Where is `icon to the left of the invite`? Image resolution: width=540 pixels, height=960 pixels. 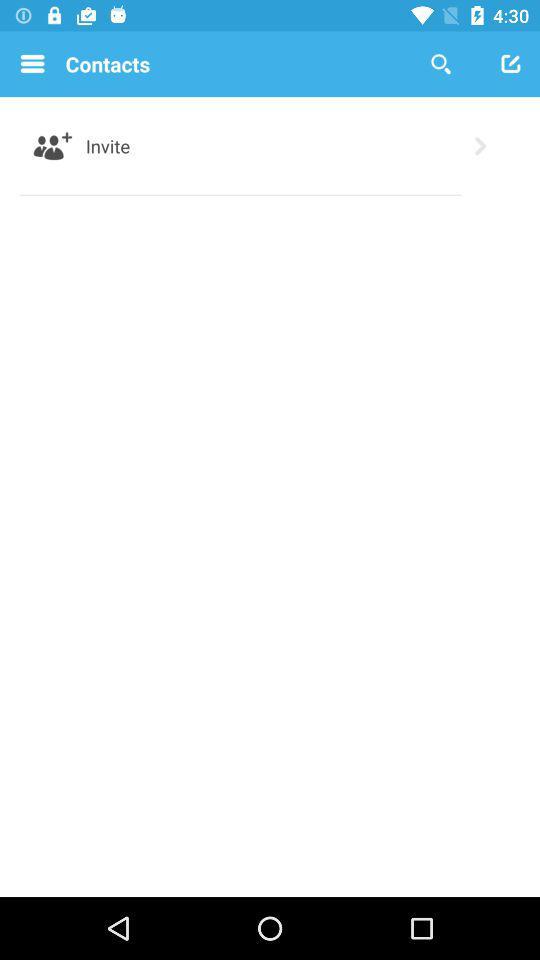
icon to the left of the invite is located at coordinates (53, 145).